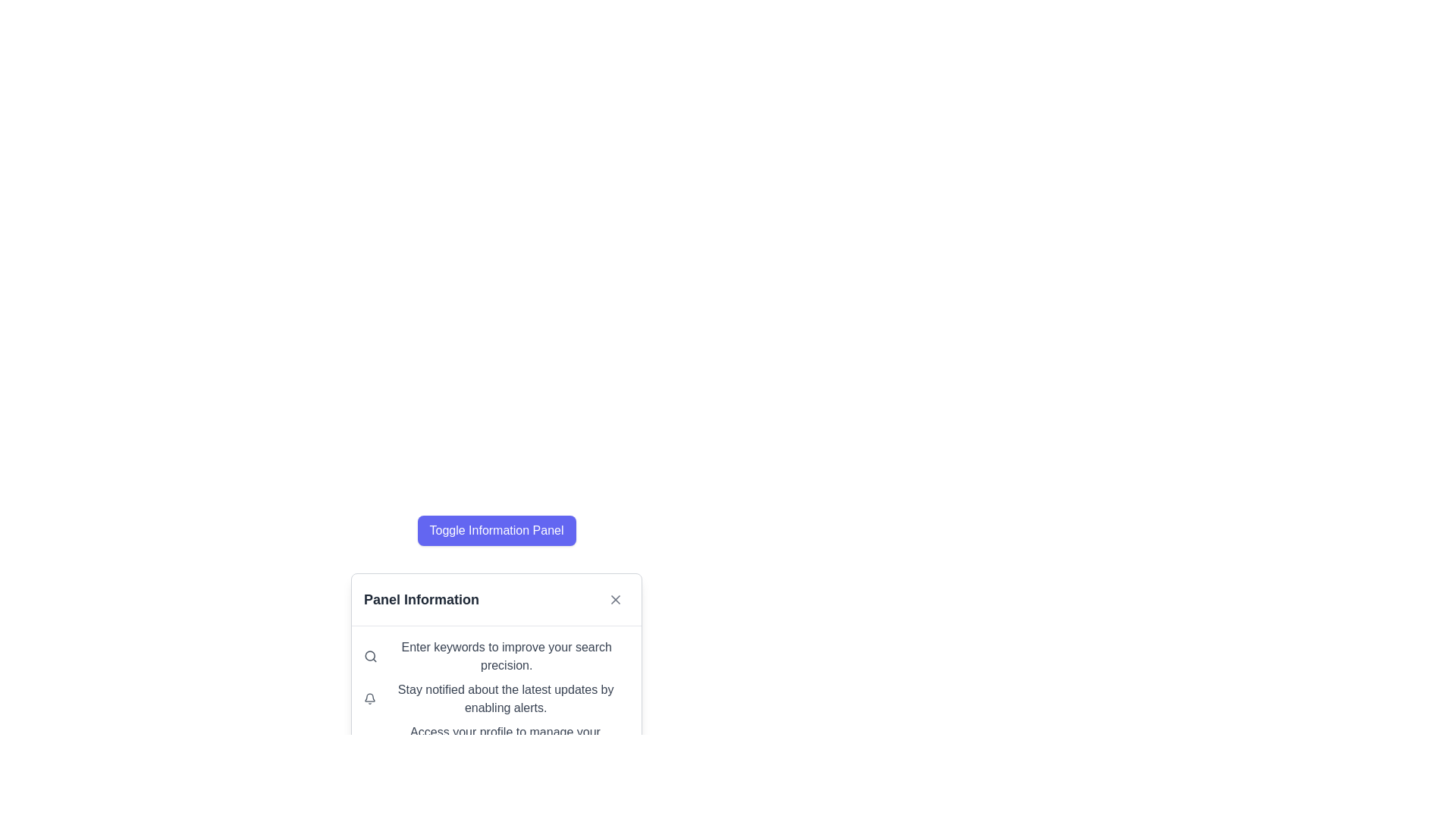 This screenshot has width=1456, height=819. I want to click on informational text element containing the search icon and the message 'Enter keywords to improve your search precision.', so click(496, 656).